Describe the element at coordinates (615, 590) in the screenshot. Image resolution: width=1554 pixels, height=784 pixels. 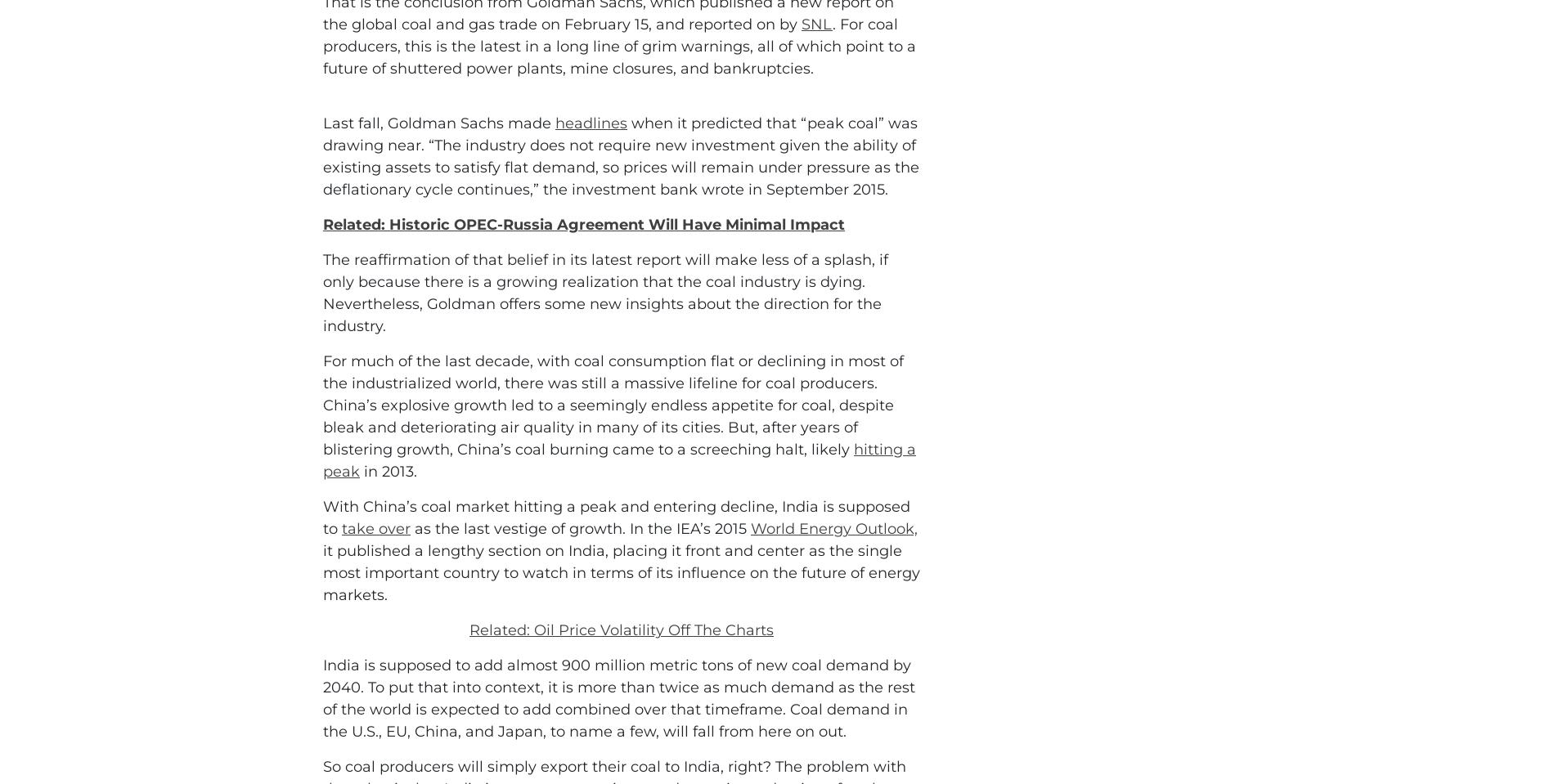
I see `'With China’s coal market hitting a peak and entering decline, India is supposed to'` at that location.